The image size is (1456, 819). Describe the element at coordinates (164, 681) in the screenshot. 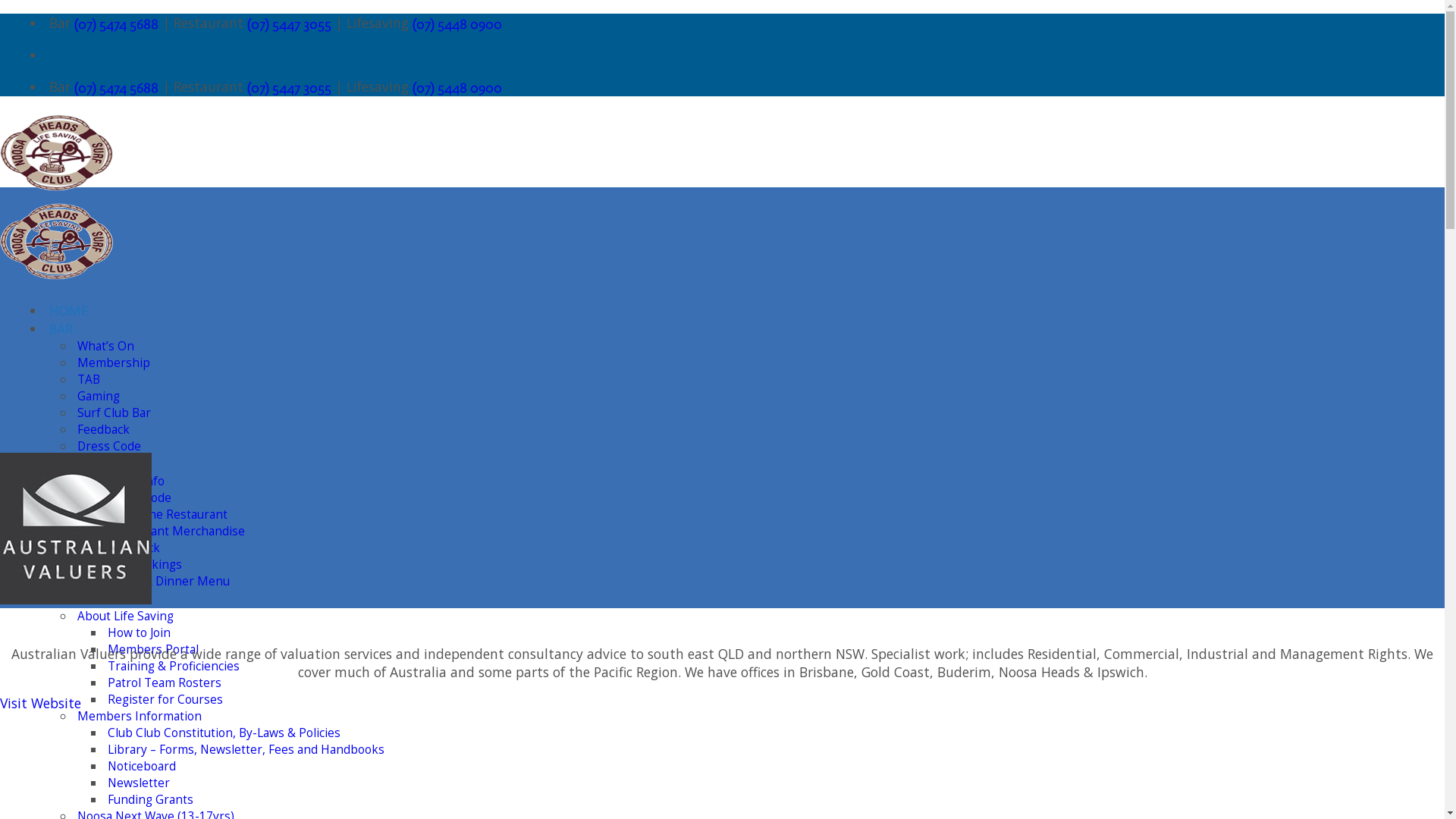

I see `'Patrol Team Rosters'` at that location.